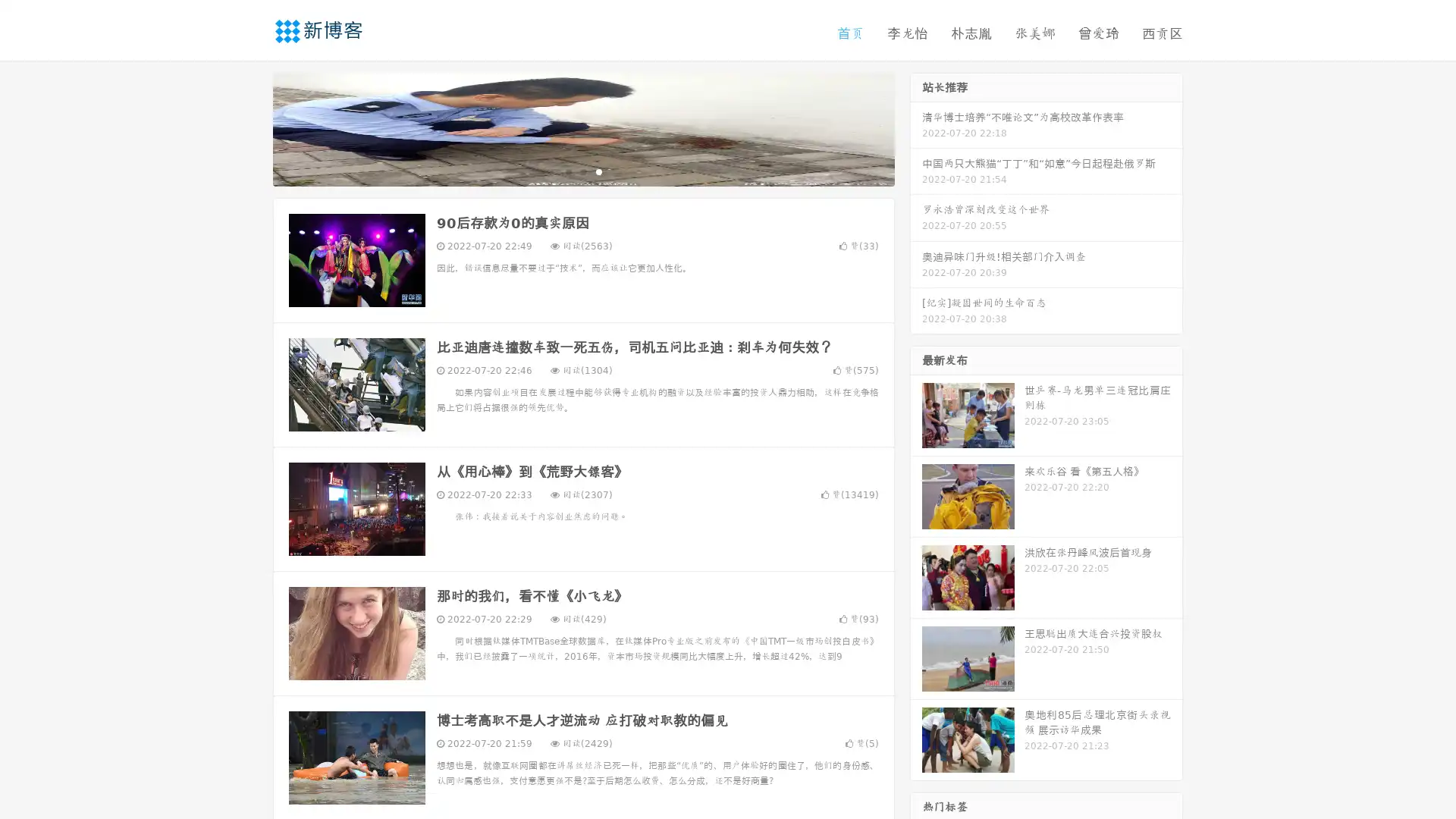 The height and width of the screenshot is (819, 1456). I want to click on Go to slide 1, so click(567, 171).